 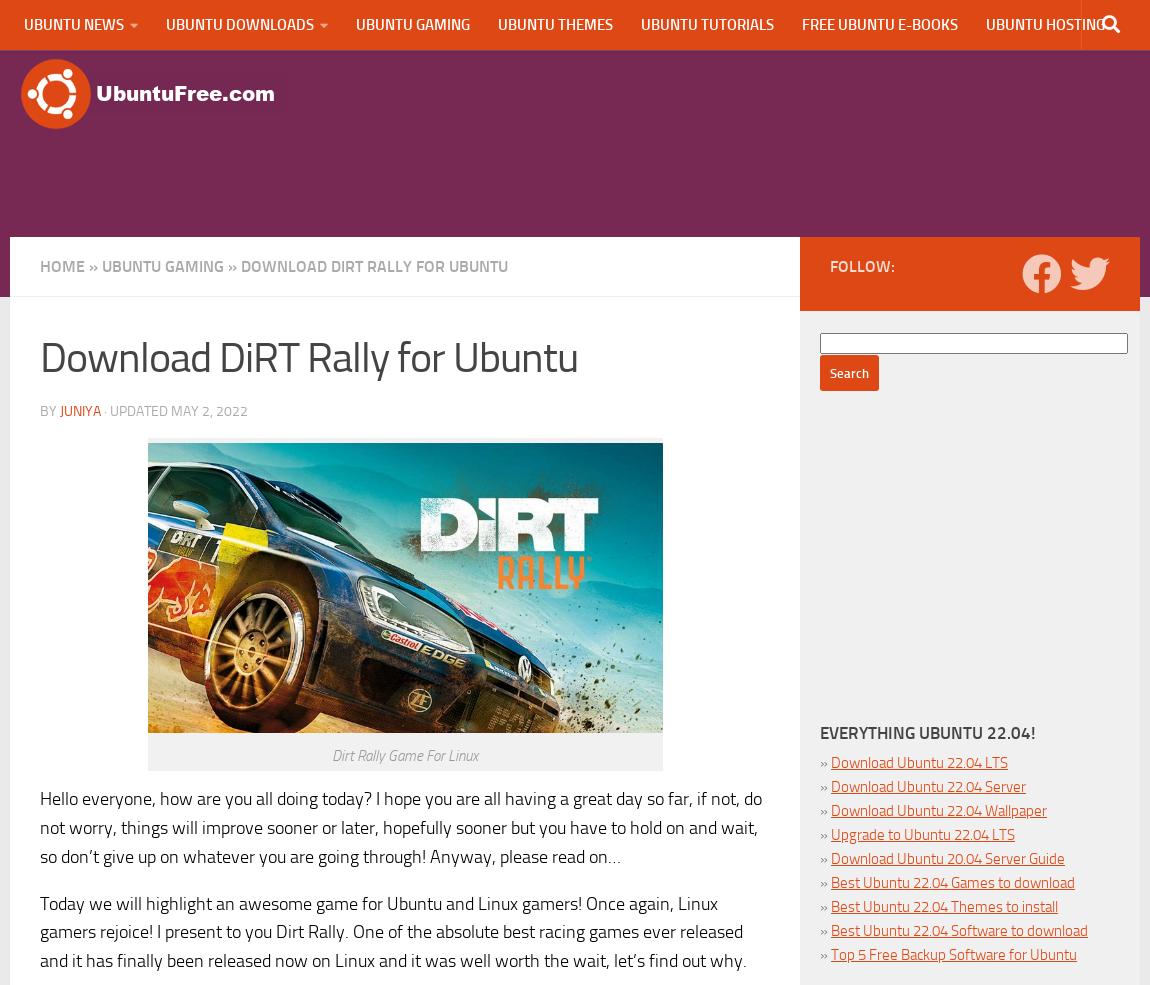 I want to click on 'Download Ubuntu 22.04 Wallpaper', so click(x=829, y=810).